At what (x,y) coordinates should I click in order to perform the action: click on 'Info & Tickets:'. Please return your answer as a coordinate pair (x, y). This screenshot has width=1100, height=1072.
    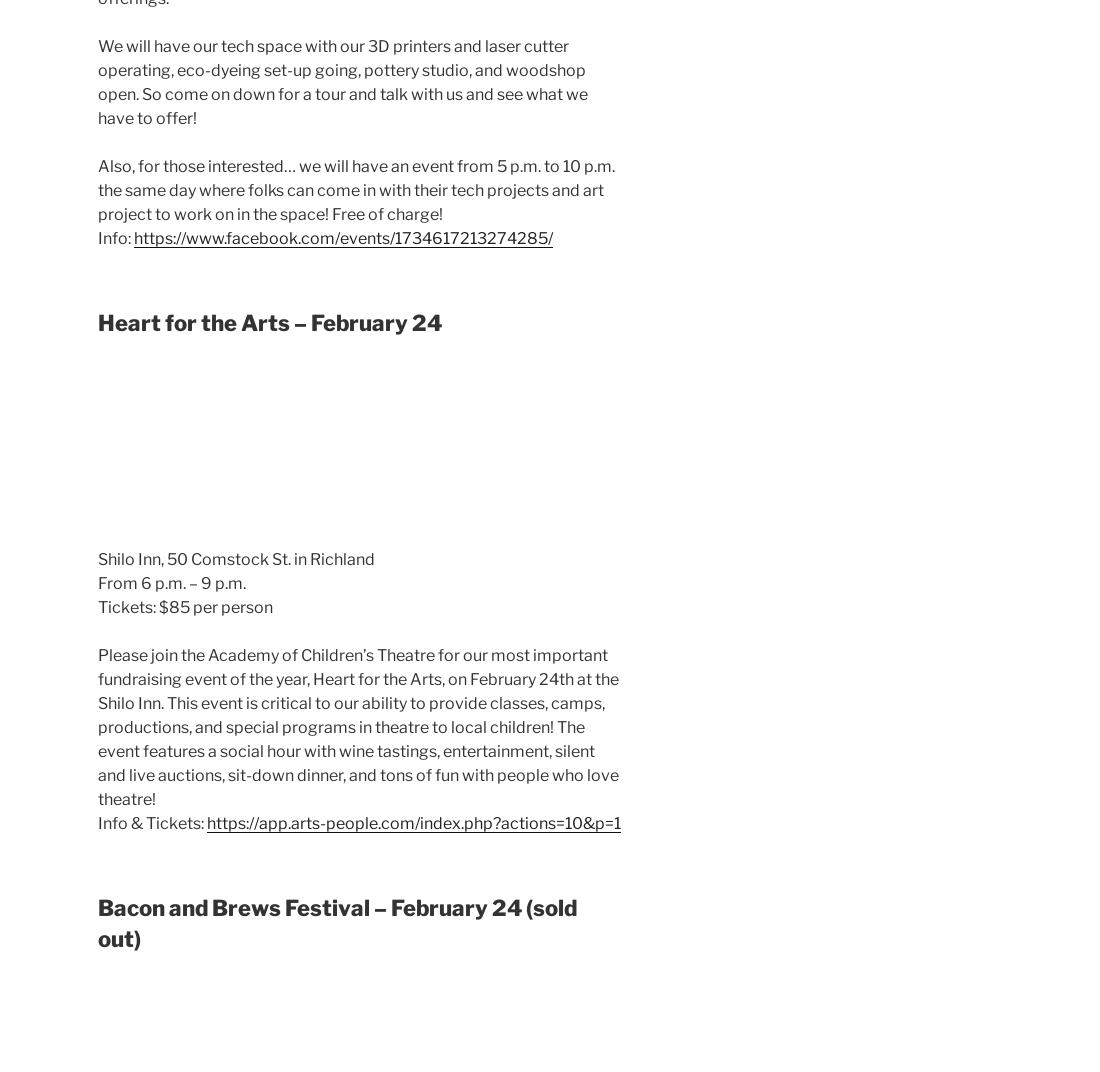
    Looking at the image, I should click on (151, 822).